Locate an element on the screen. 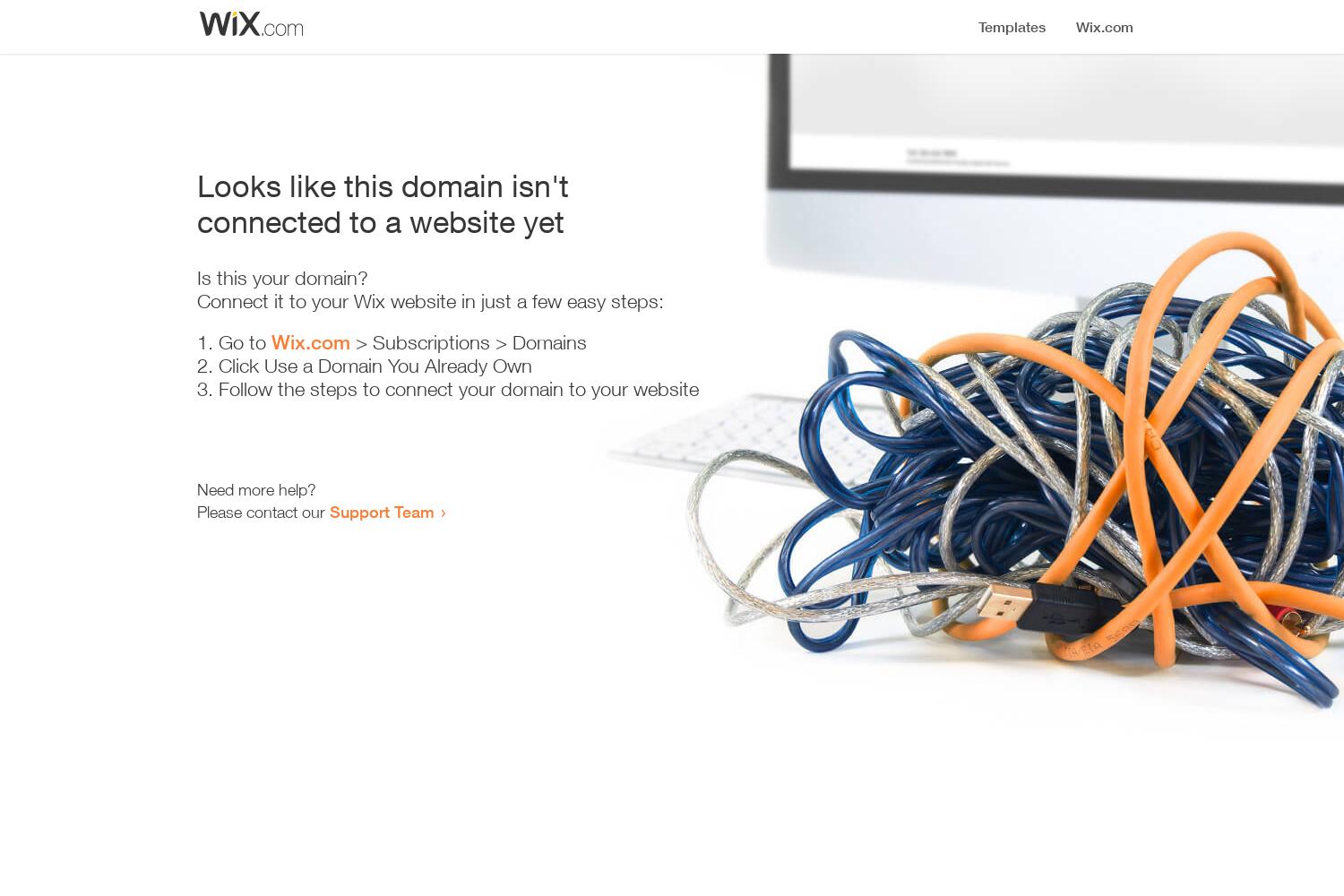 The height and width of the screenshot is (896, 1344). 'Is this your domain?' is located at coordinates (281, 278).